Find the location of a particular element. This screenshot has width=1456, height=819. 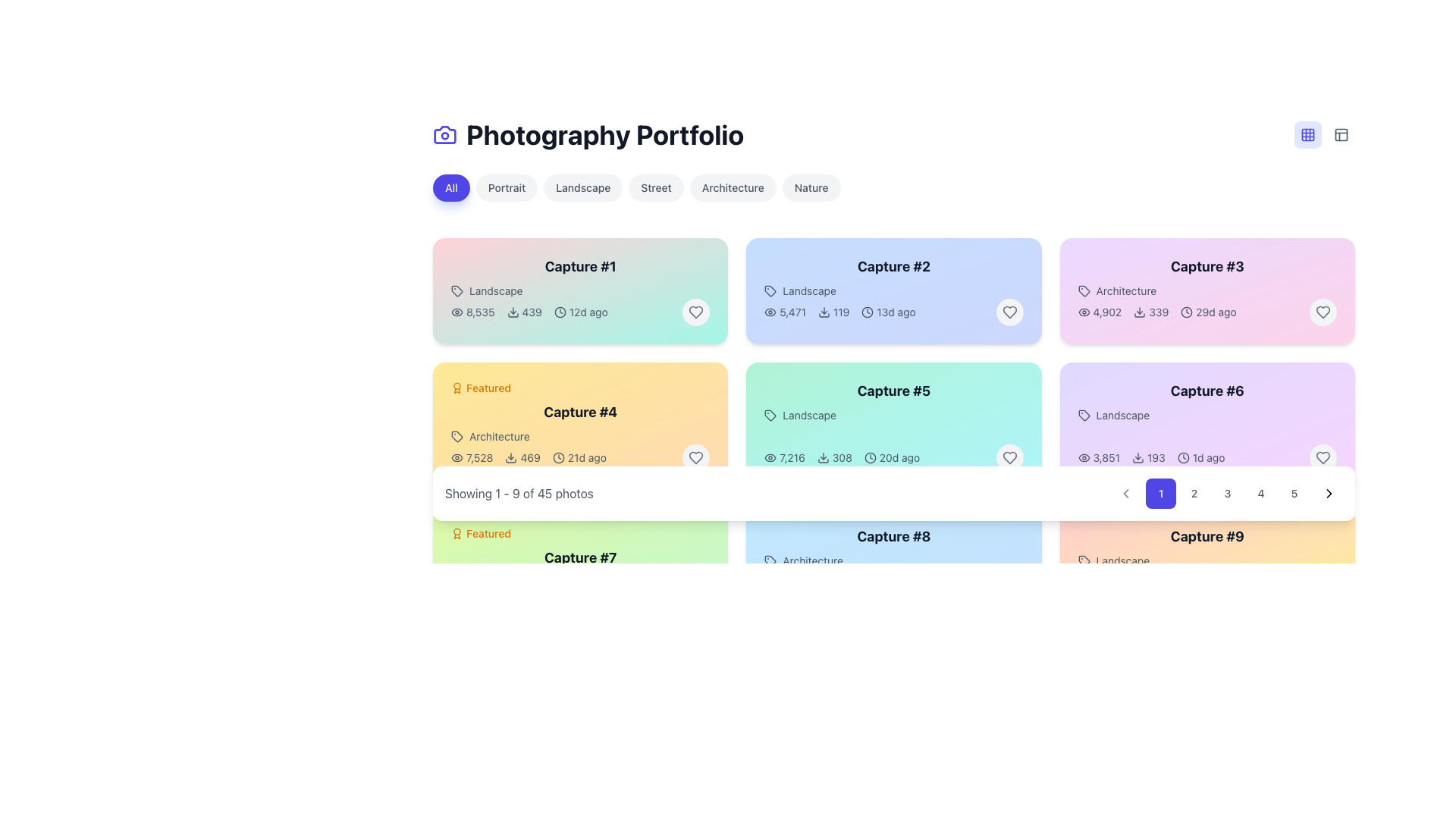

the 'Architecture' icon, which is the leftmost component in the label group displaying the text 'Architecture' is located at coordinates (770, 561).